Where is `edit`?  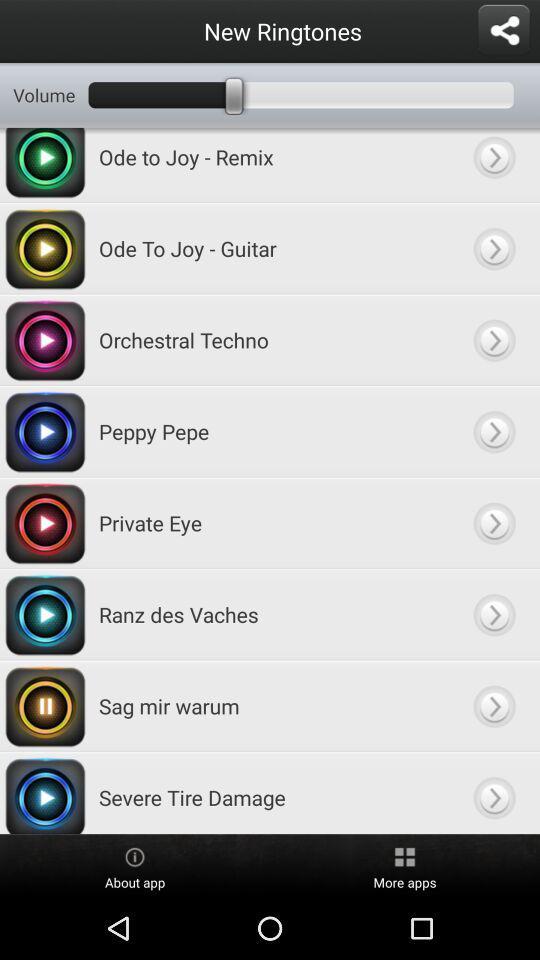 edit is located at coordinates (493, 340).